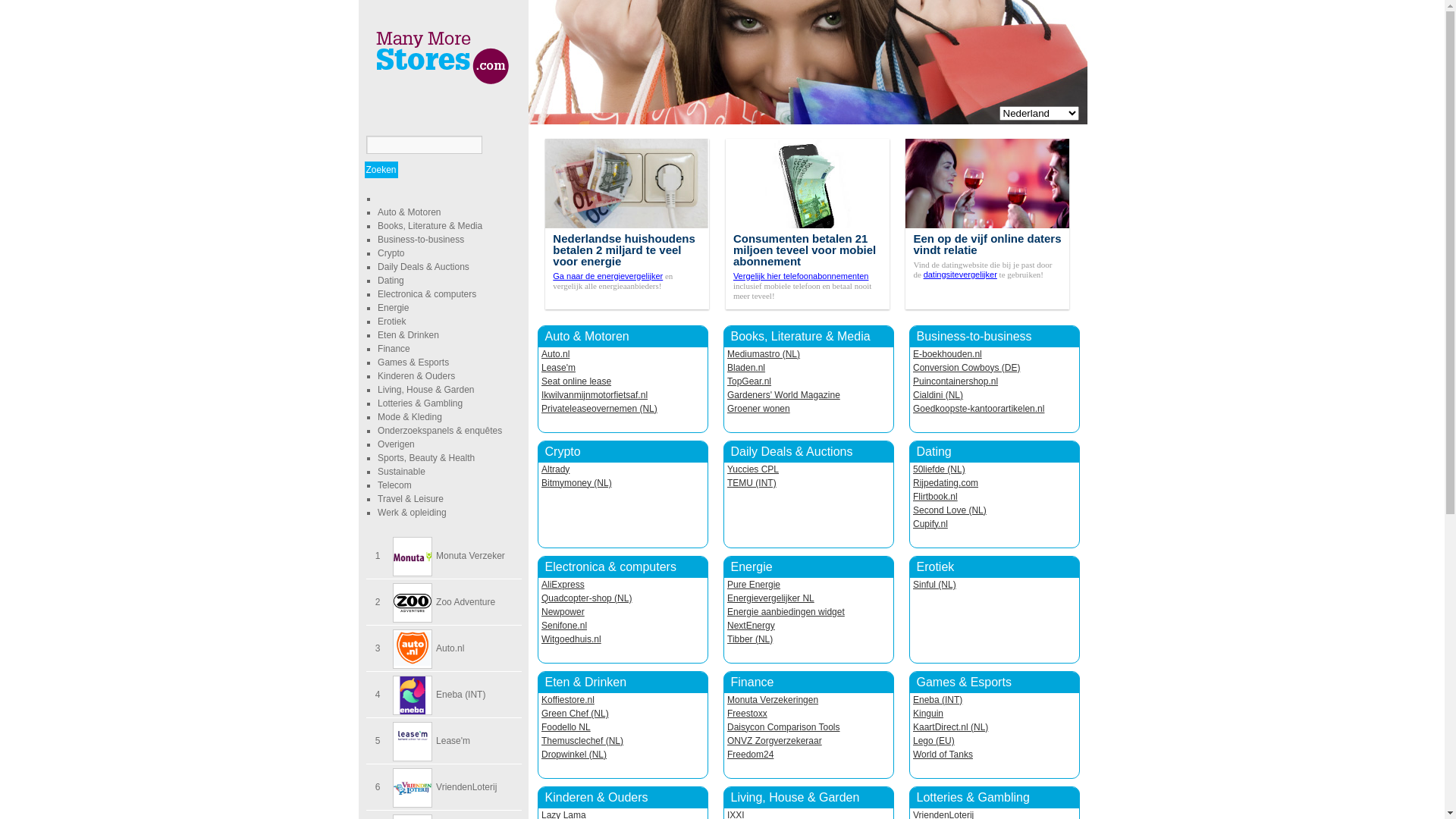 The width and height of the screenshot is (1456, 819). What do you see at coordinates (435, 601) in the screenshot?
I see `'Zoo Adventure'` at bounding box center [435, 601].